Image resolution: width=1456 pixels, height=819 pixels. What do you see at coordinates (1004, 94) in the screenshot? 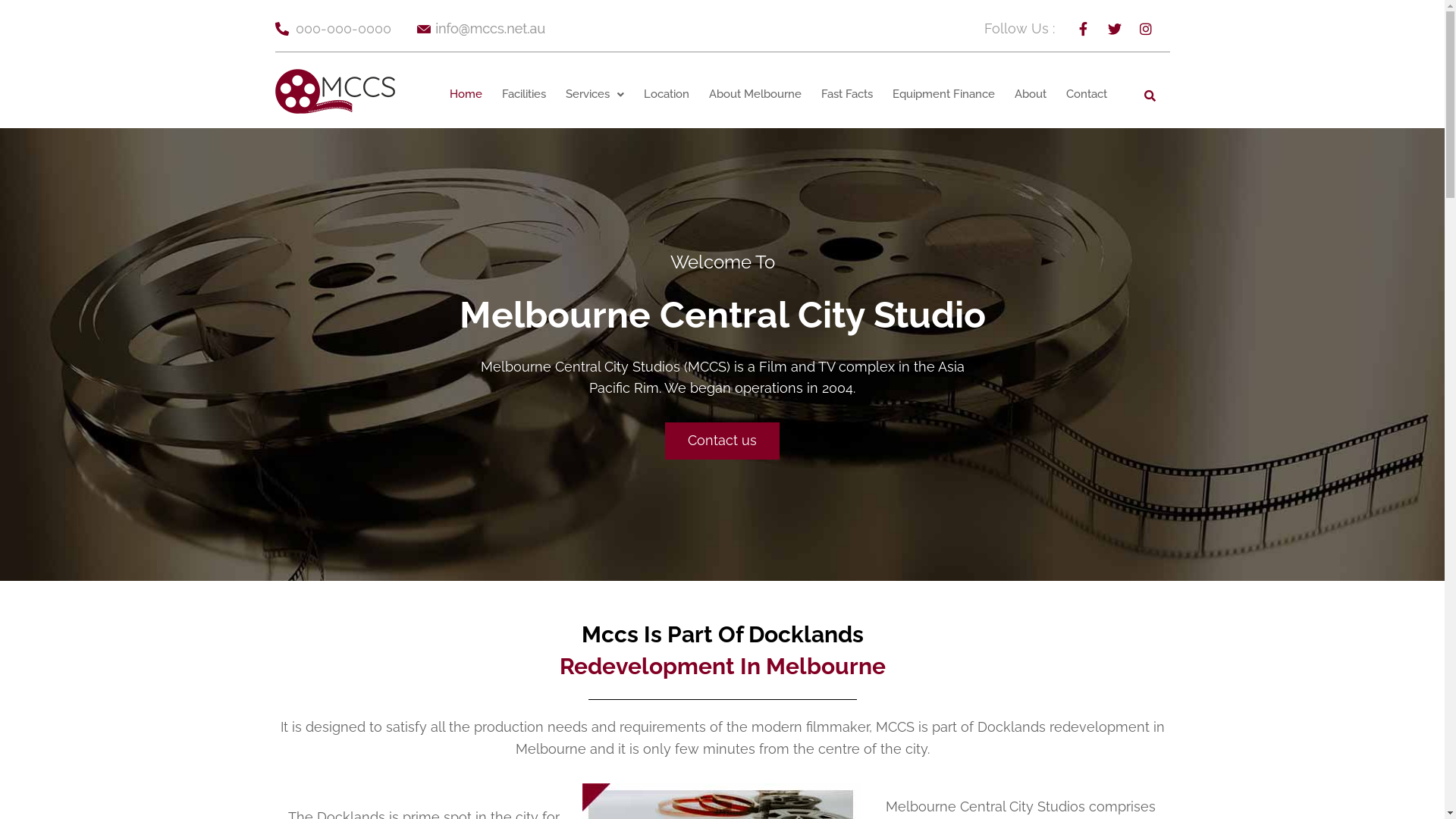
I see `'About'` at bounding box center [1004, 94].